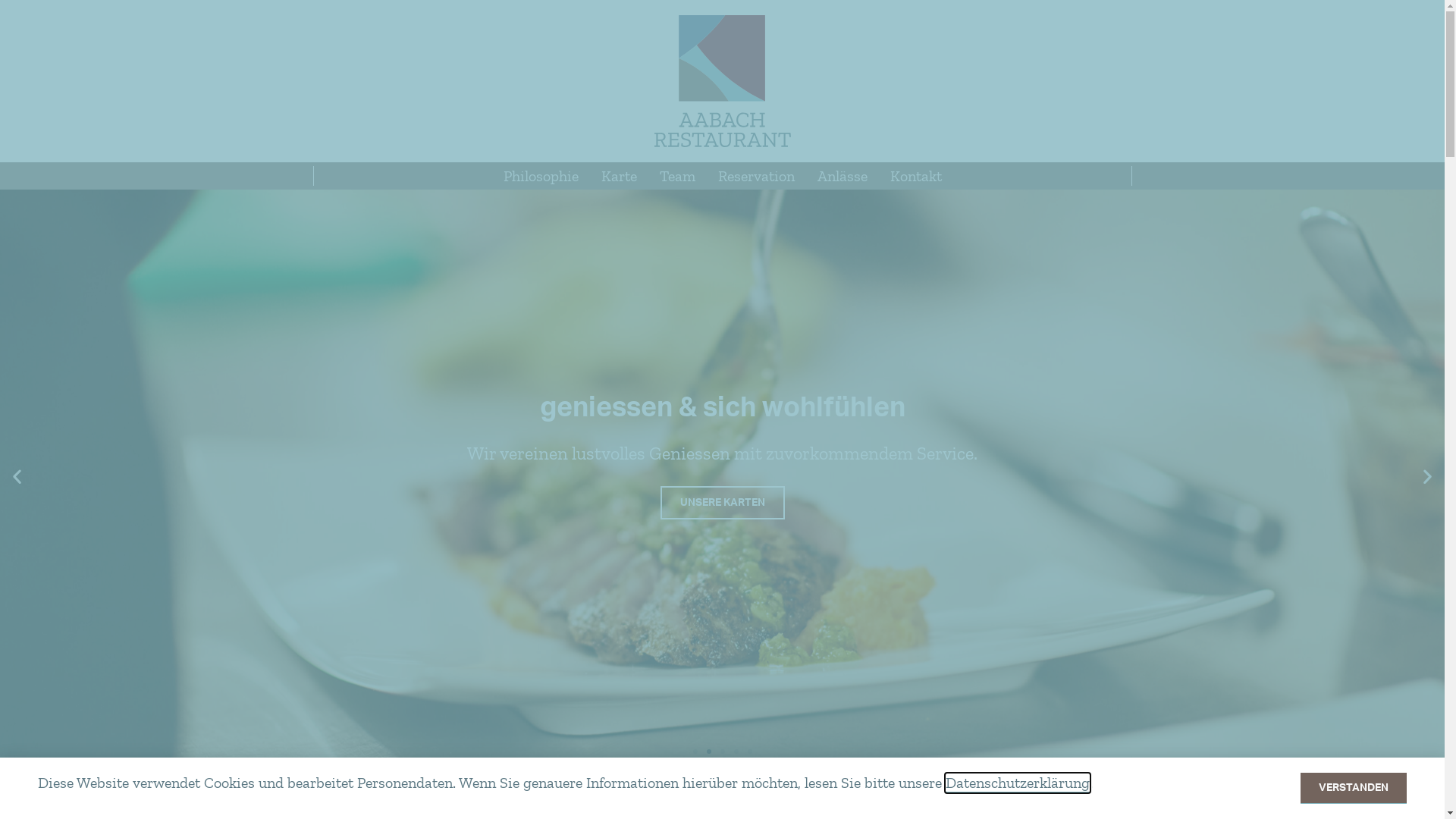  I want to click on 'VERSTANDEN', so click(1354, 787).